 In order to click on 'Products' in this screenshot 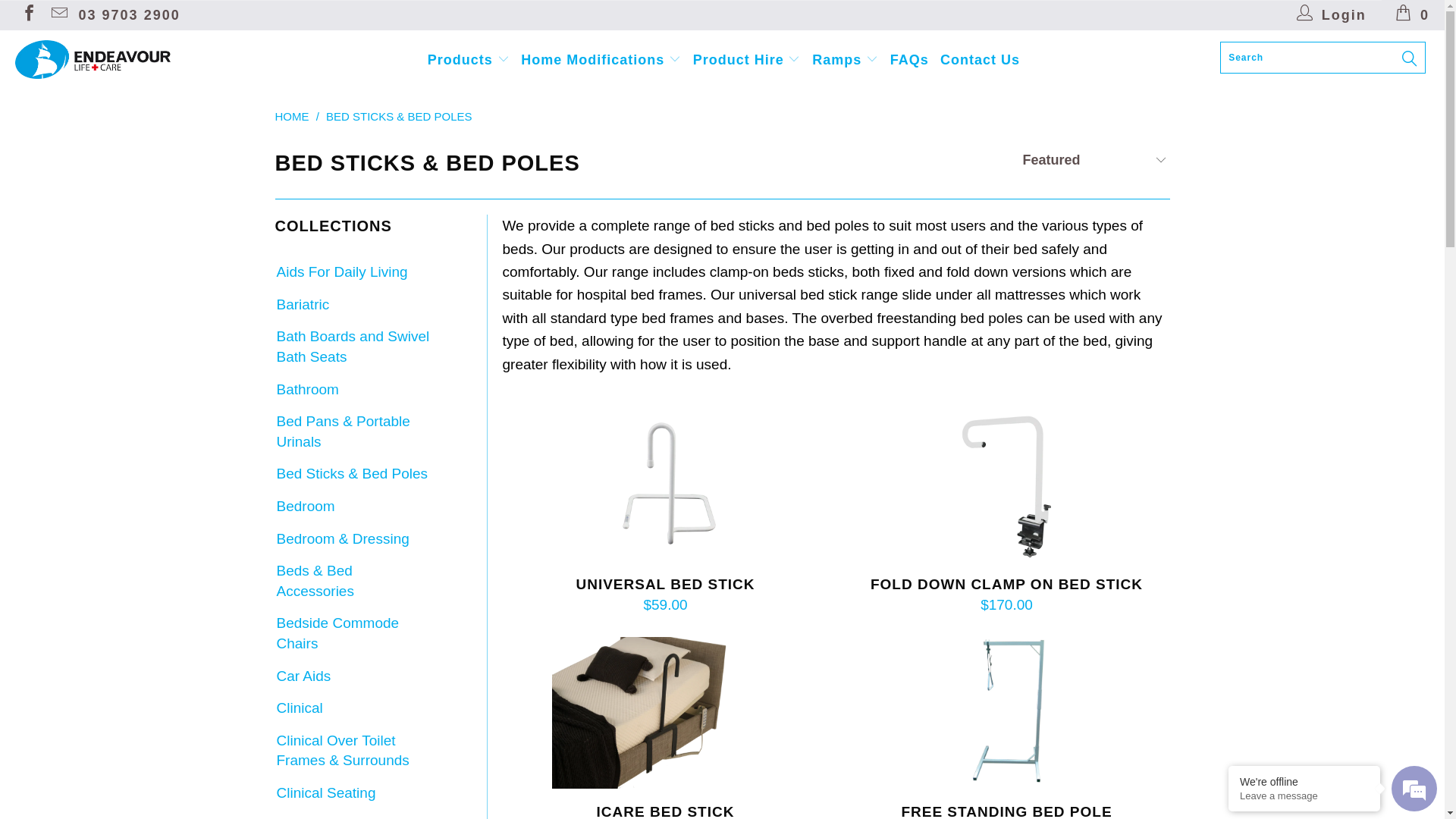, I will do `click(468, 58)`.